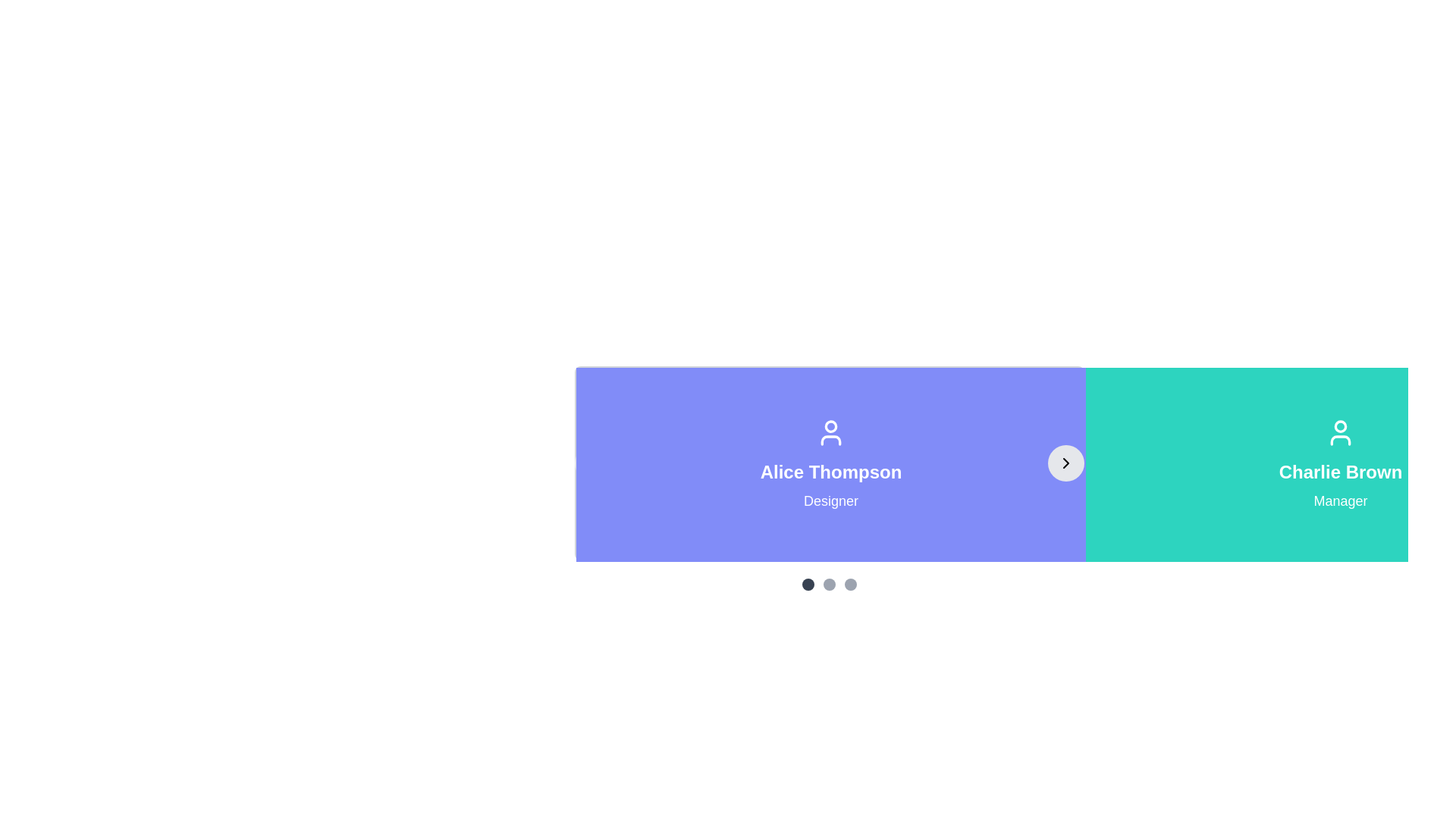  Describe the element at coordinates (851, 584) in the screenshot. I see `the small circular gray button that is the third in a horizontal group of three buttons, located beneath the content titled 'Alice Thompson'` at that location.